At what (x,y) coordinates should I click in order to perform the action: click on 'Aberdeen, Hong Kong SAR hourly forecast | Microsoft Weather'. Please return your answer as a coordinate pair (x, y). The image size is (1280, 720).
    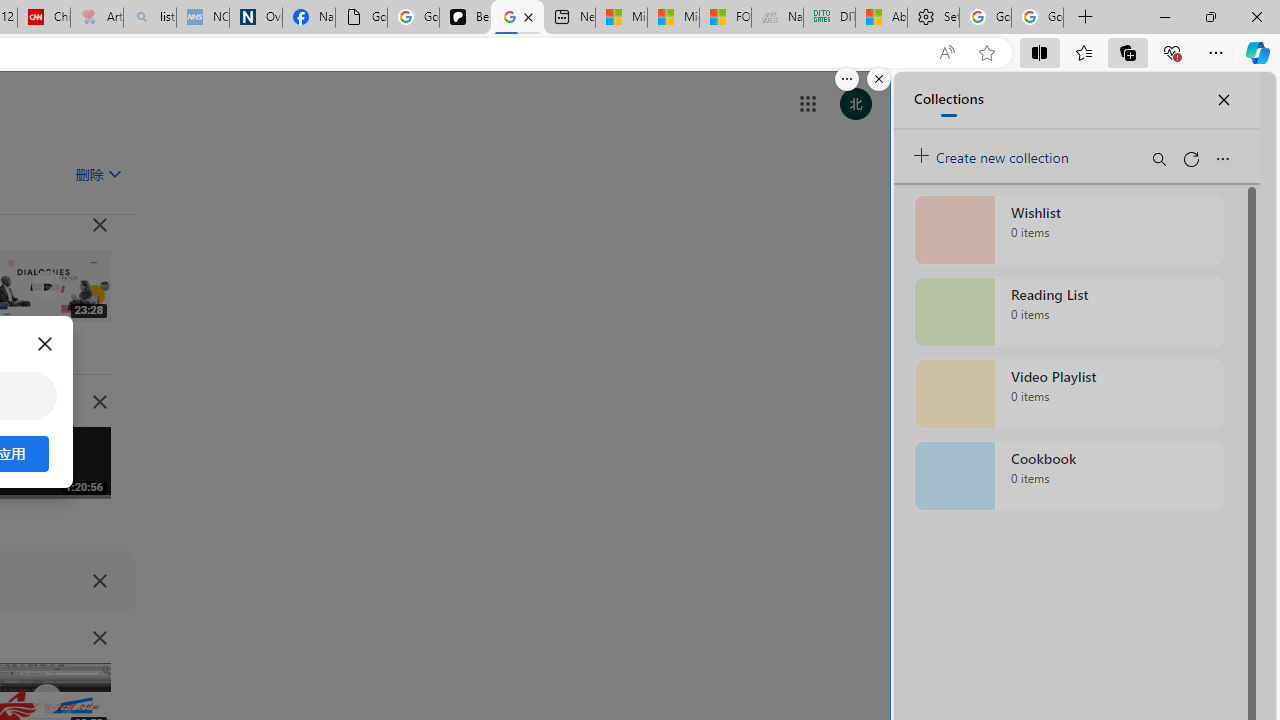
    Looking at the image, I should click on (880, 17).